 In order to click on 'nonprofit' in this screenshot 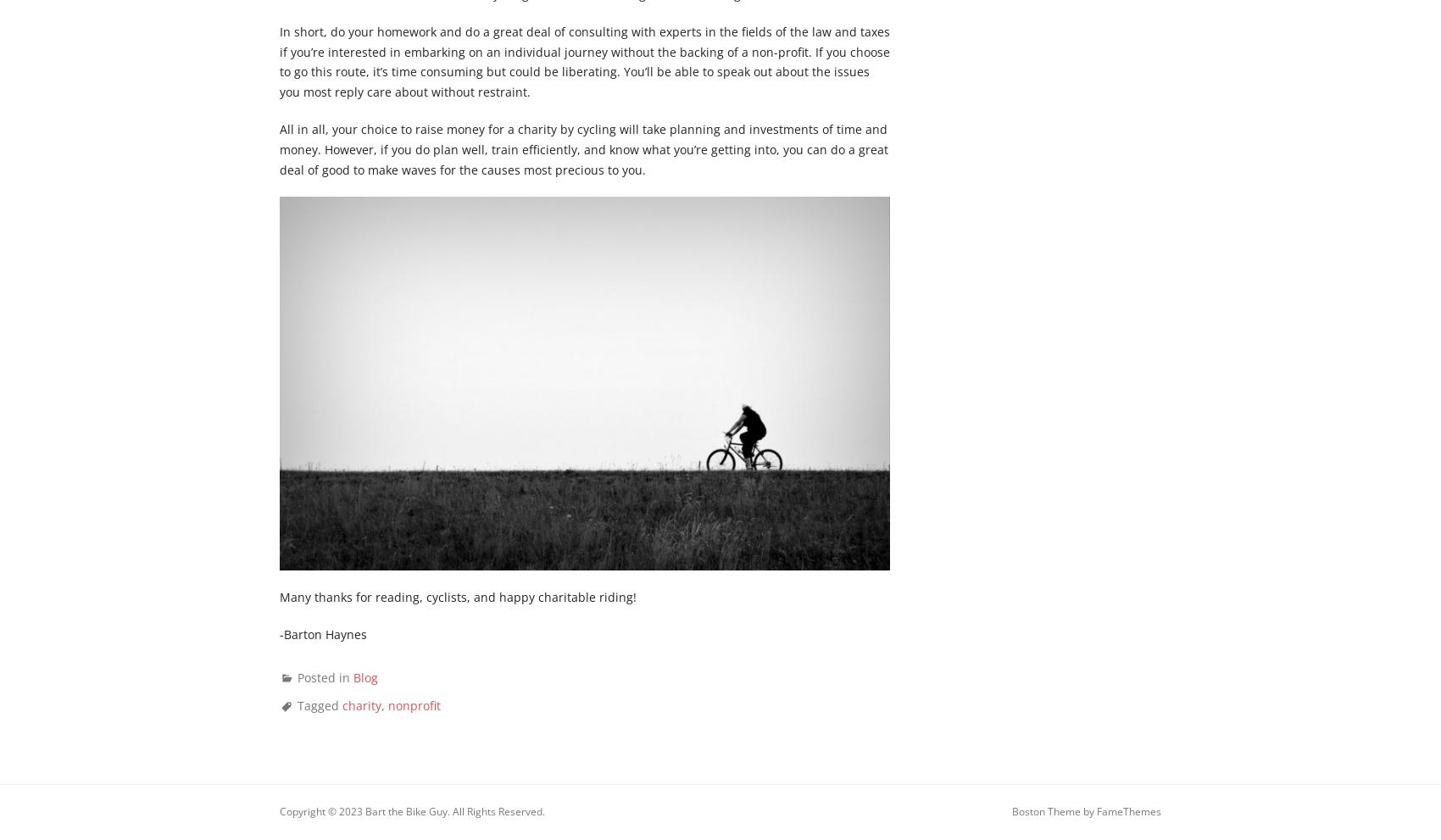, I will do `click(387, 704)`.